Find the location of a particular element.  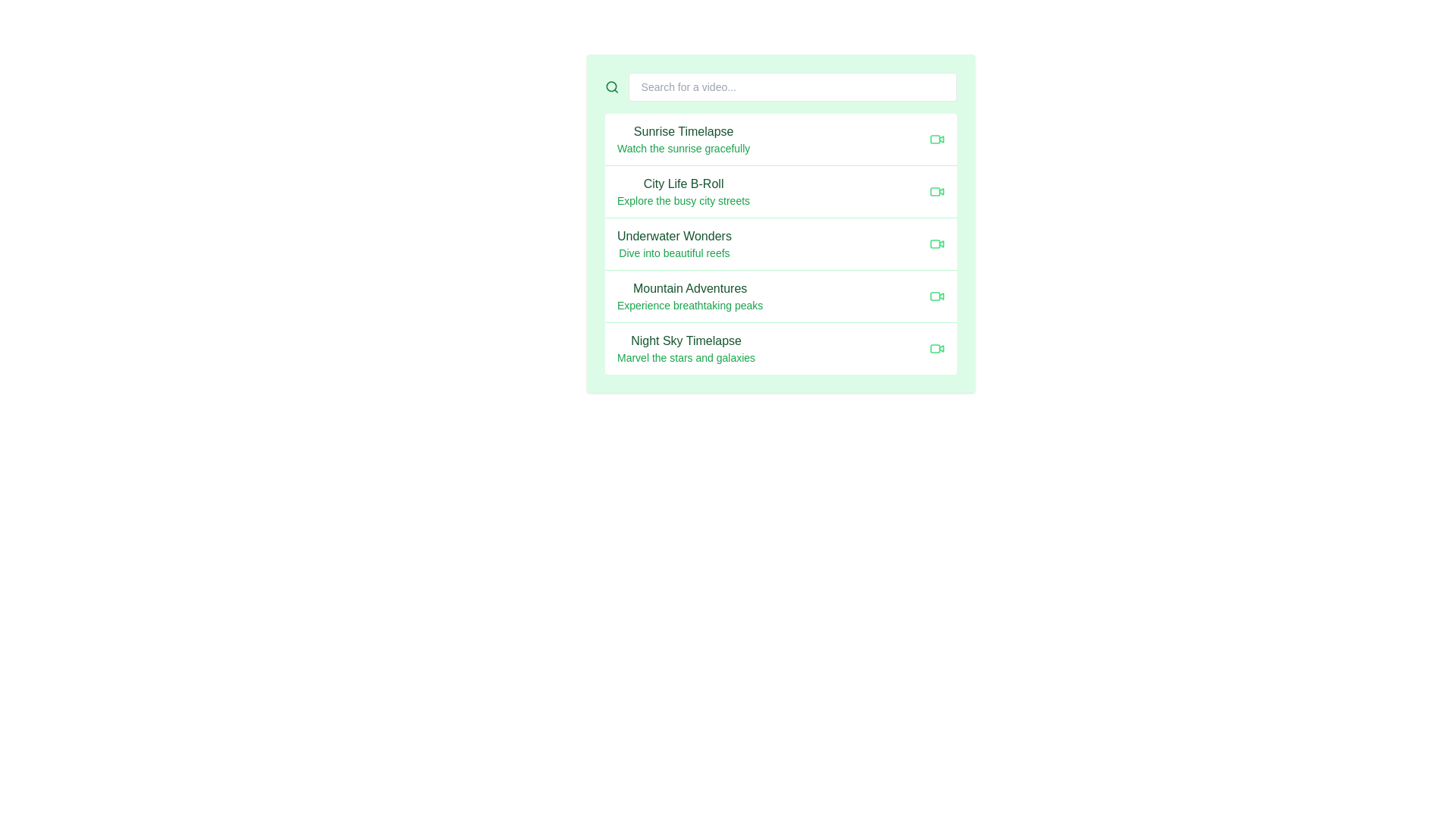

the video camera icon indicating the 'Sunrise Timelapse' video content is located at coordinates (937, 140).